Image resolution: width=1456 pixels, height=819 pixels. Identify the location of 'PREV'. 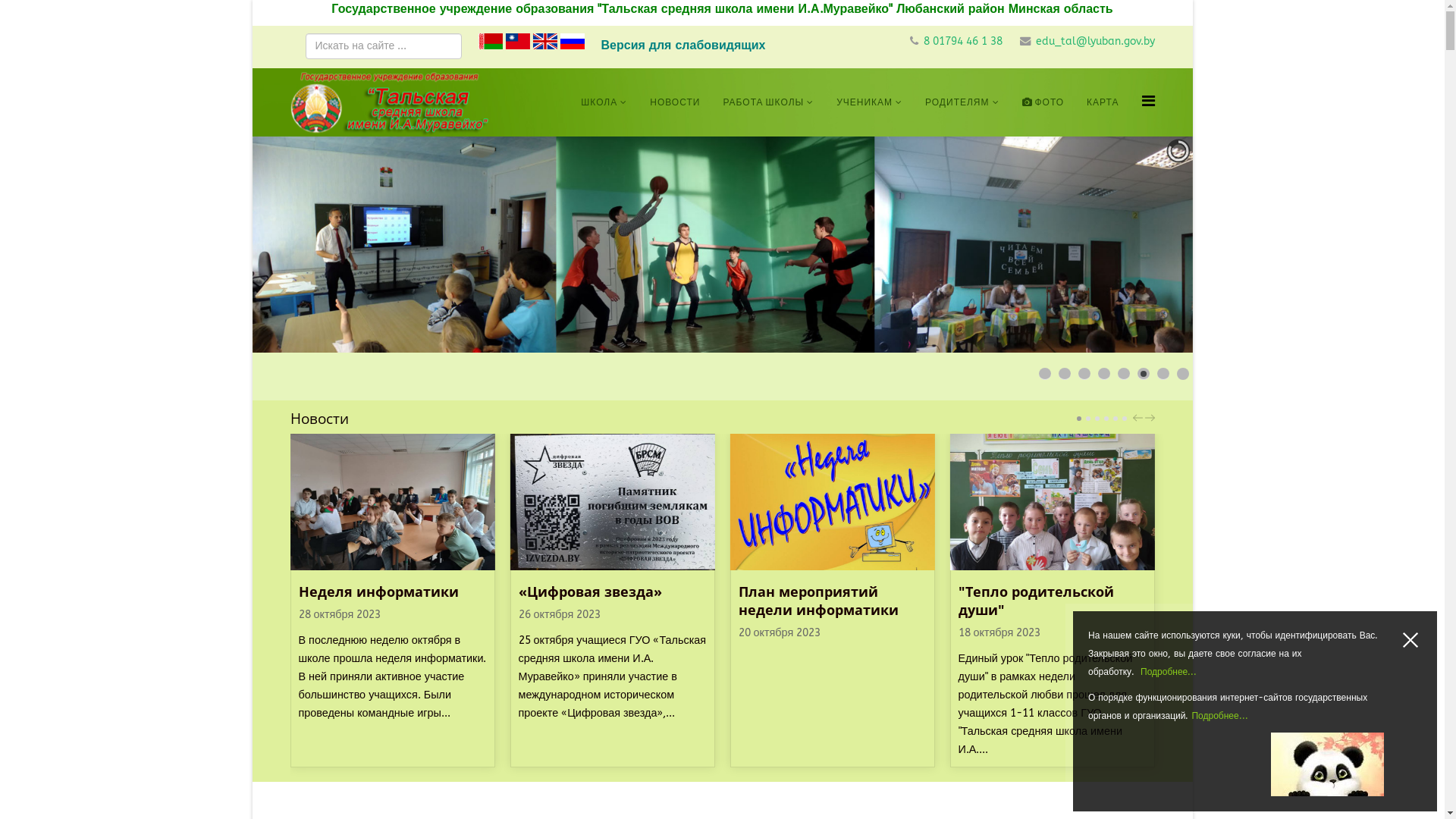
(1137, 418).